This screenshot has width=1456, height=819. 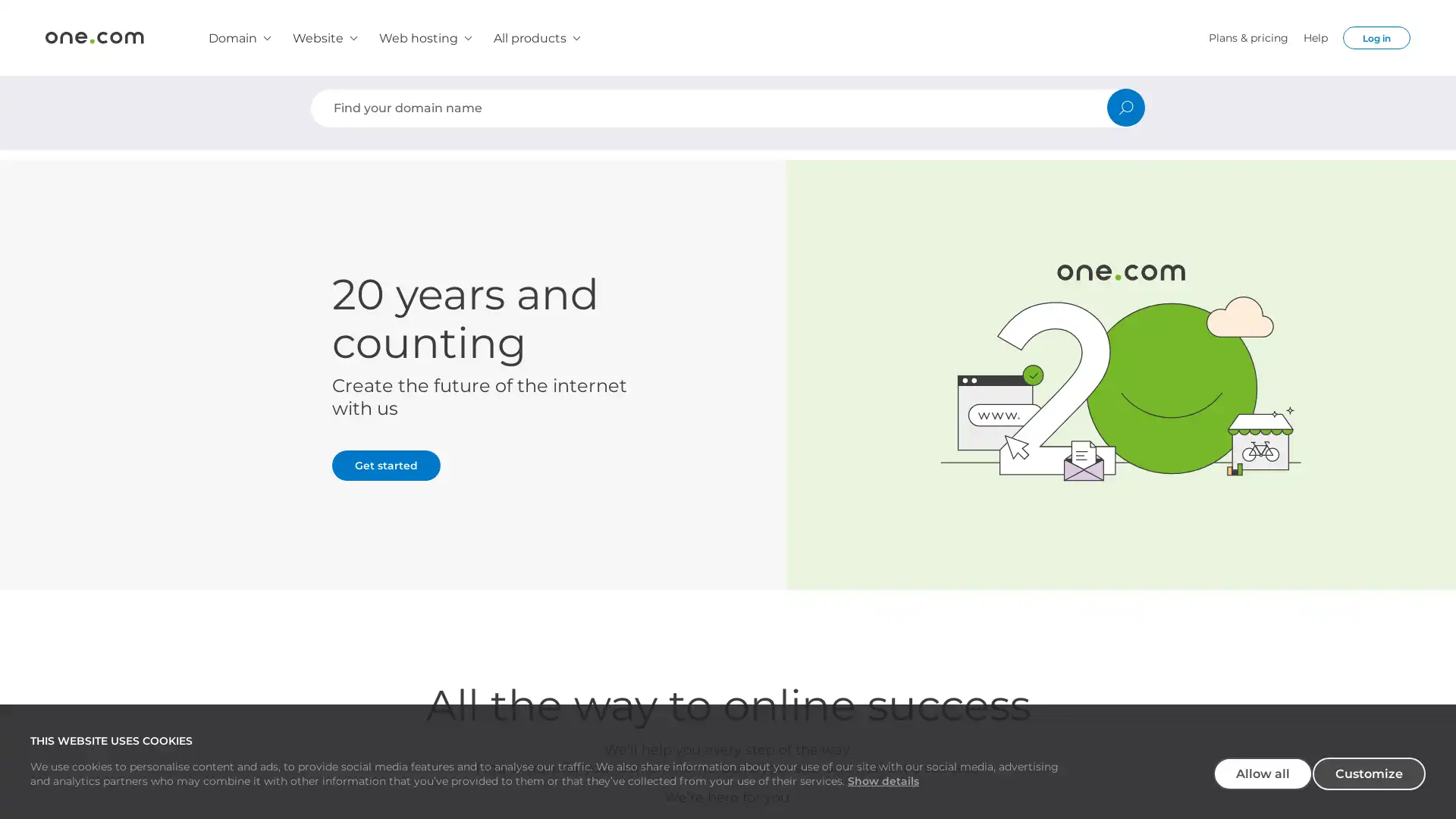 What do you see at coordinates (386, 464) in the screenshot?
I see `Get started` at bounding box center [386, 464].